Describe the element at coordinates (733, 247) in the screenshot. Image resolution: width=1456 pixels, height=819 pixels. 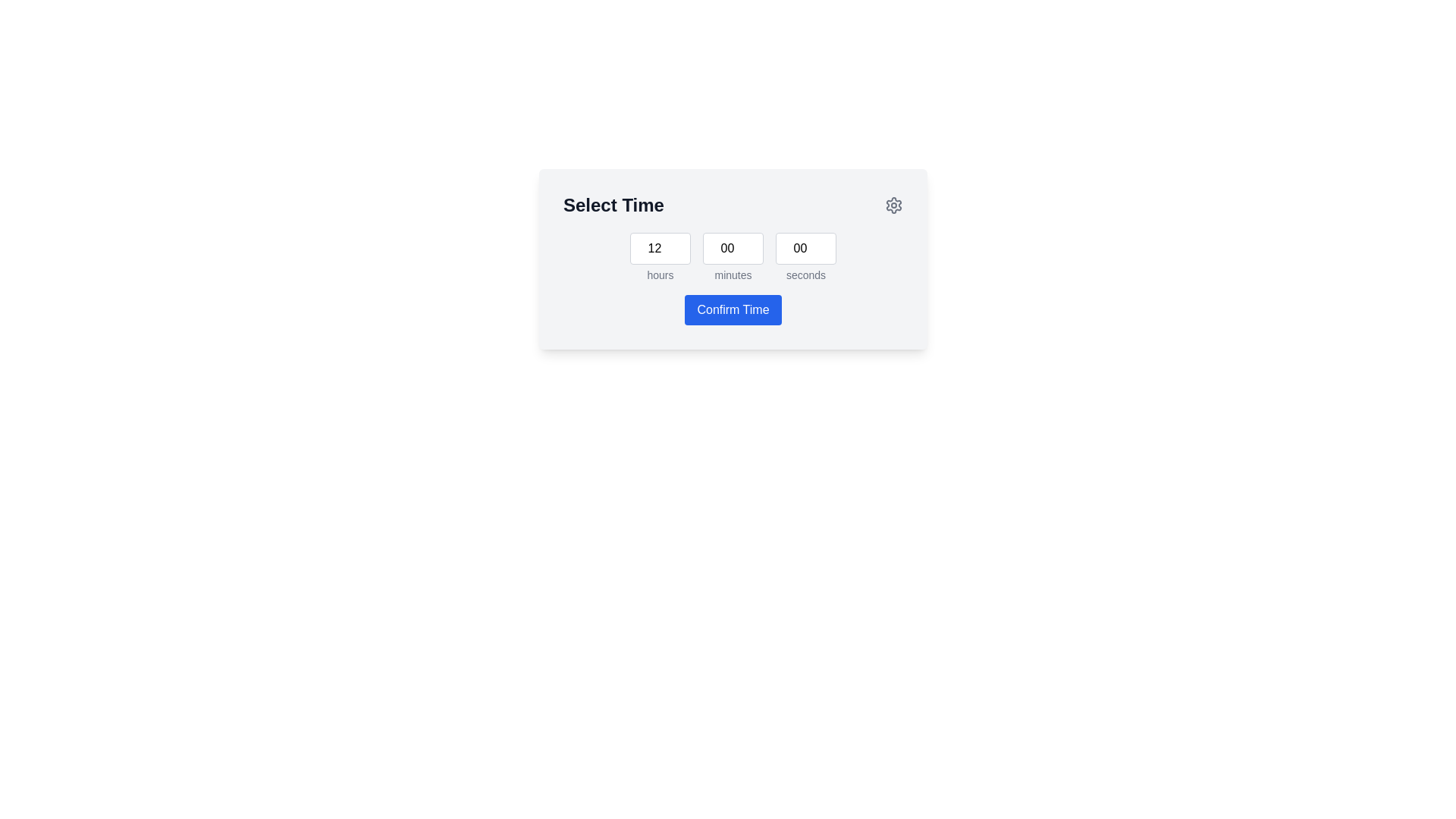
I see `the Number input field for minutes, which is a light gray rounded rectangular input box containing '00'` at that location.